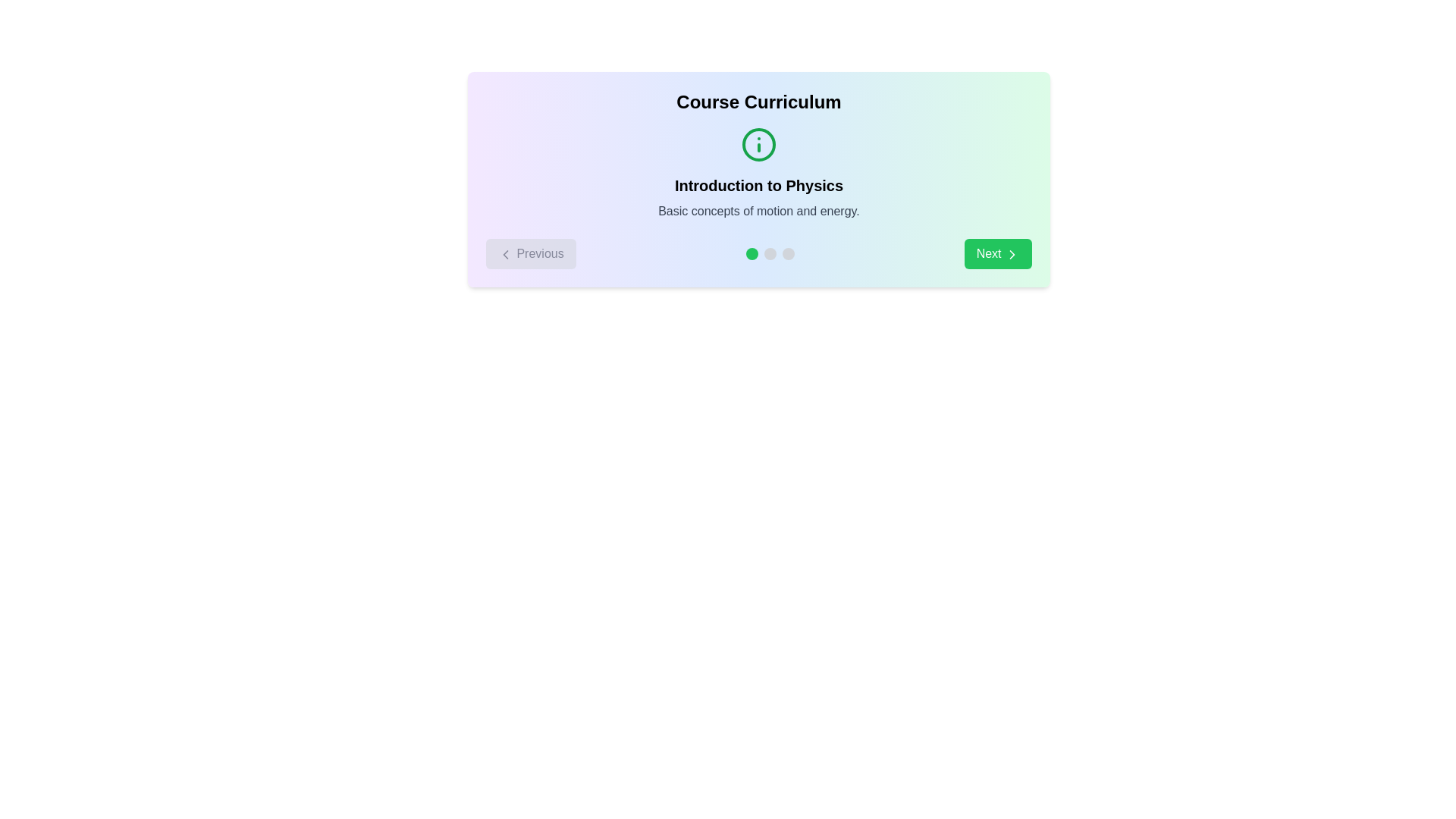 The image size is (1456, 819). I want to click on the text element reading 'Basic concepts of motion and energy.' which is styled in gray on a light background and positioned below 'Introduction to Physics', so click(758, 211).